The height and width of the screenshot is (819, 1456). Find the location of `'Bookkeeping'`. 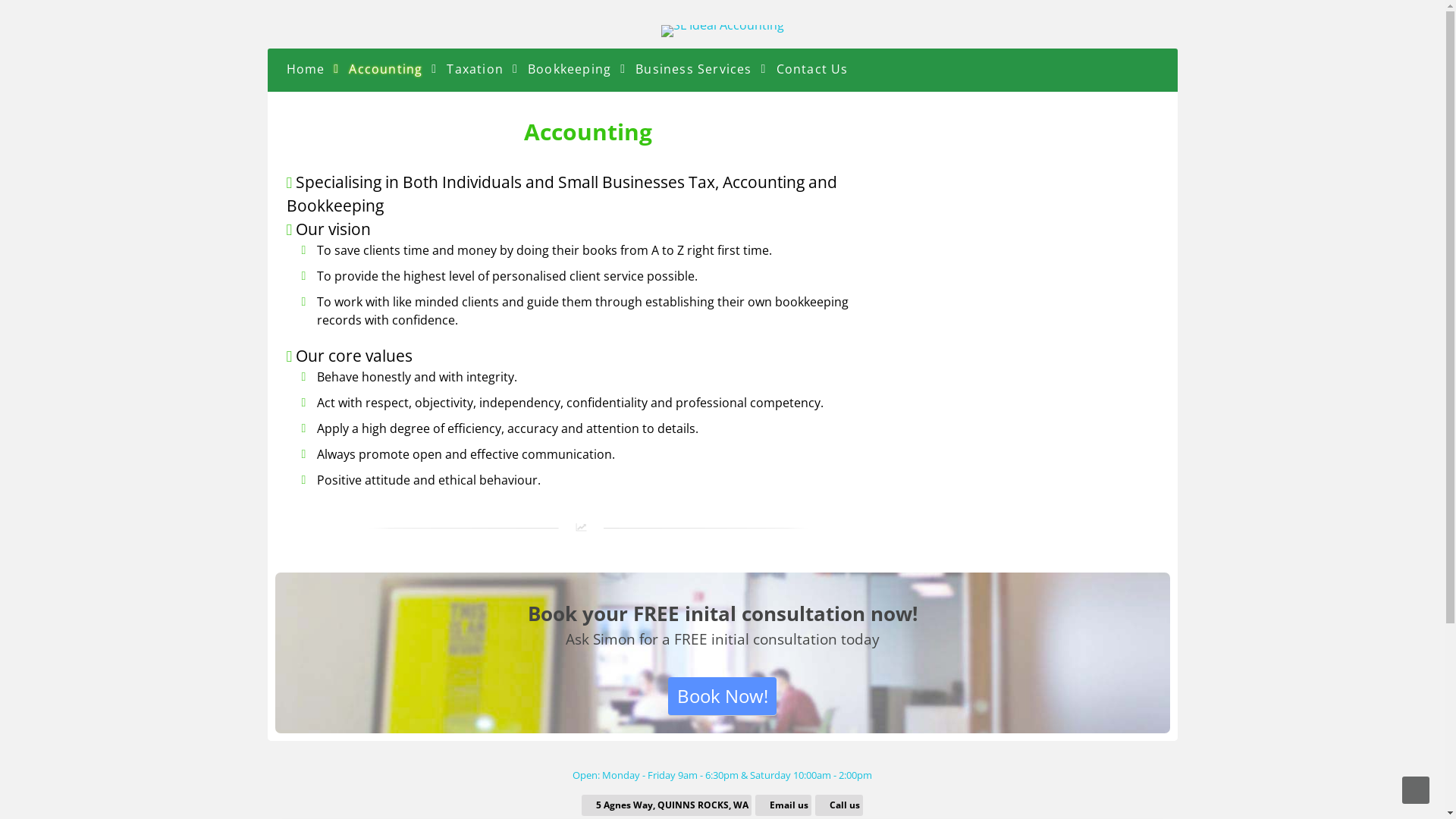

'Bookkeeping' is located at coordinates (568, 67).